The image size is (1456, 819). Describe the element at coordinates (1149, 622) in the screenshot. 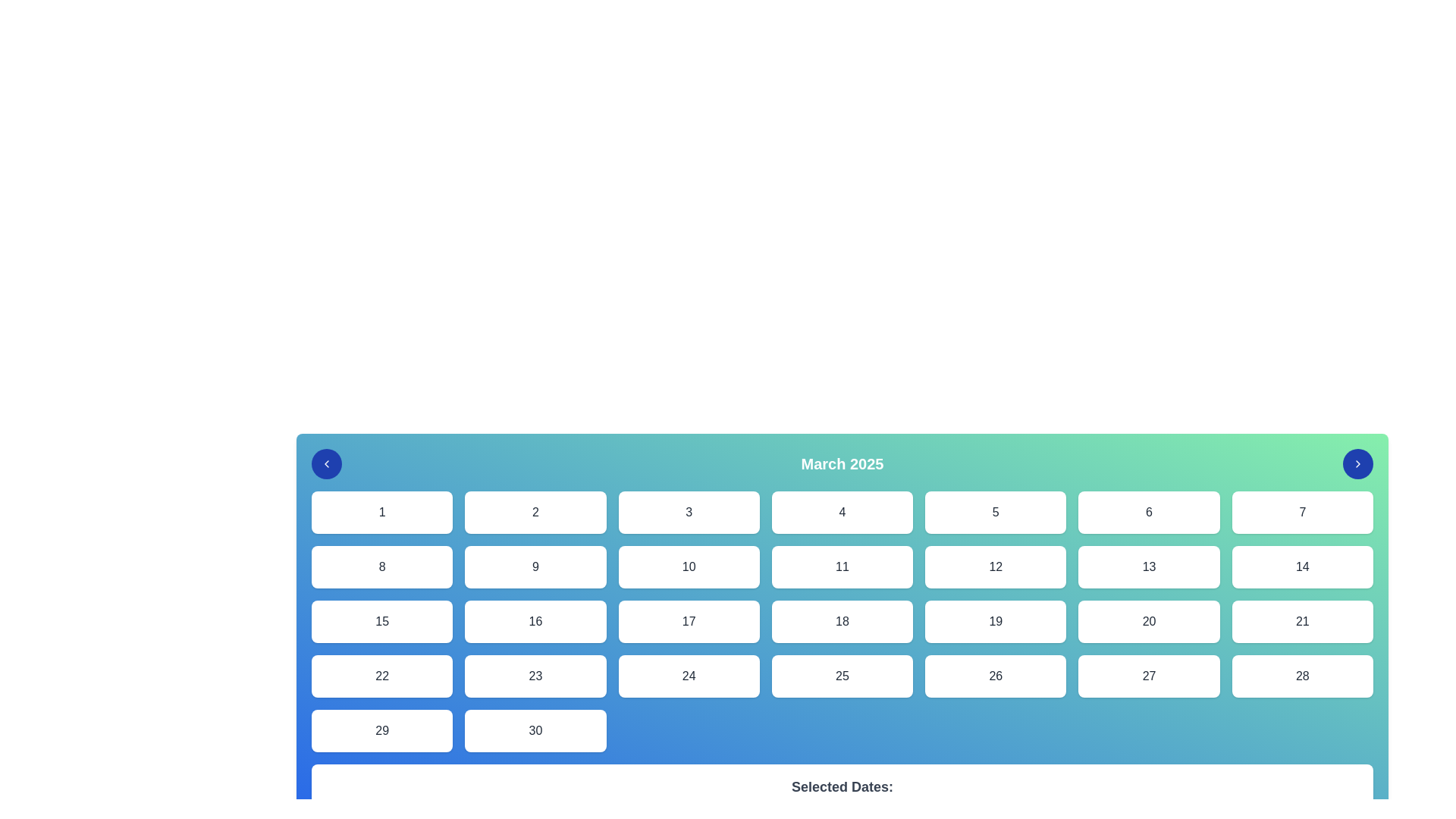

I see `the rounded rectangular button labeled '20' in the third row and sixth column of the calendar layout` at that location.